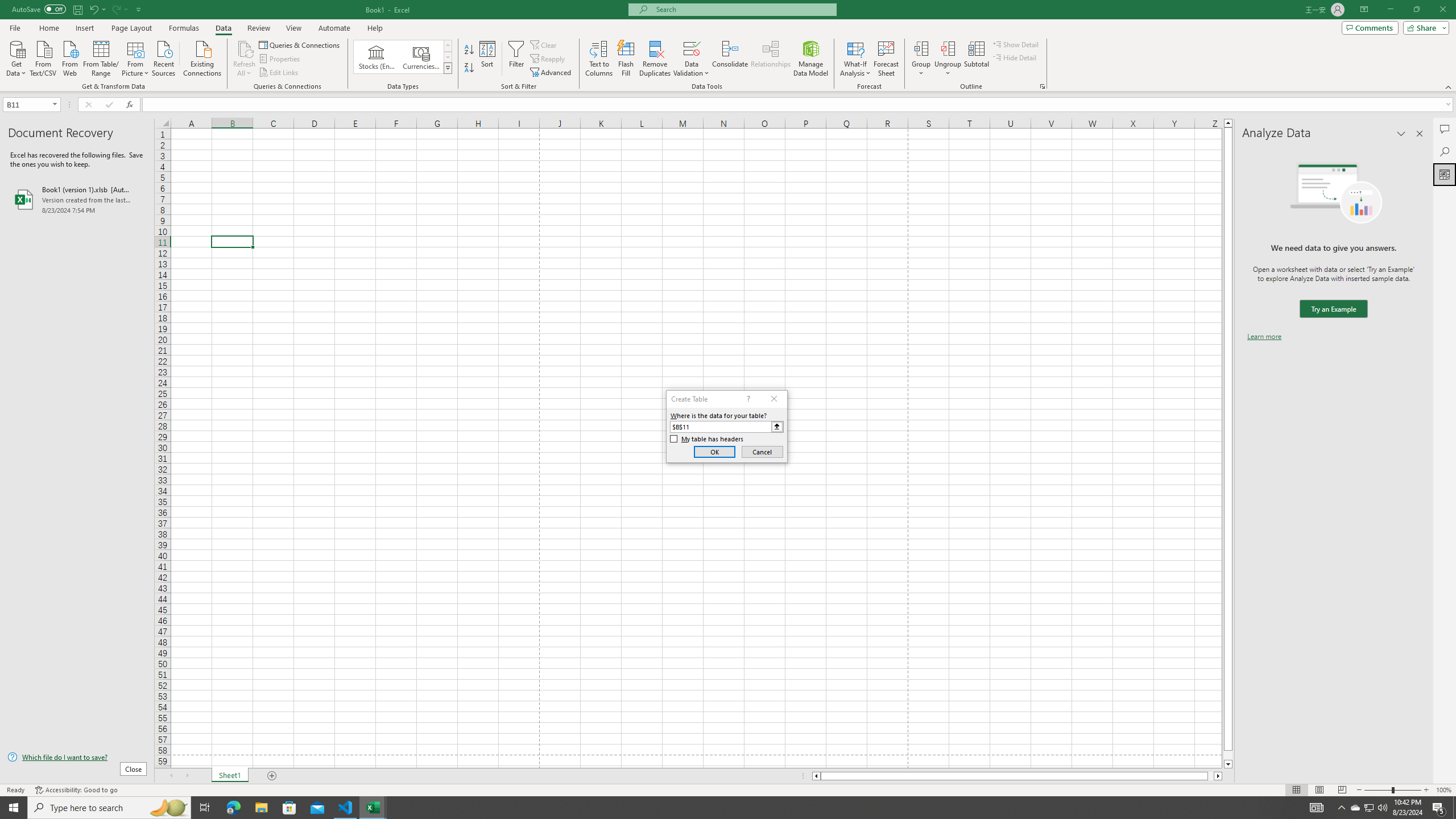 This screenshot has width=1456, height=819. What do you see at coordinates (1423, 27) in the screenshot?
I see `'Share'` at bounding box center [1423, 27].